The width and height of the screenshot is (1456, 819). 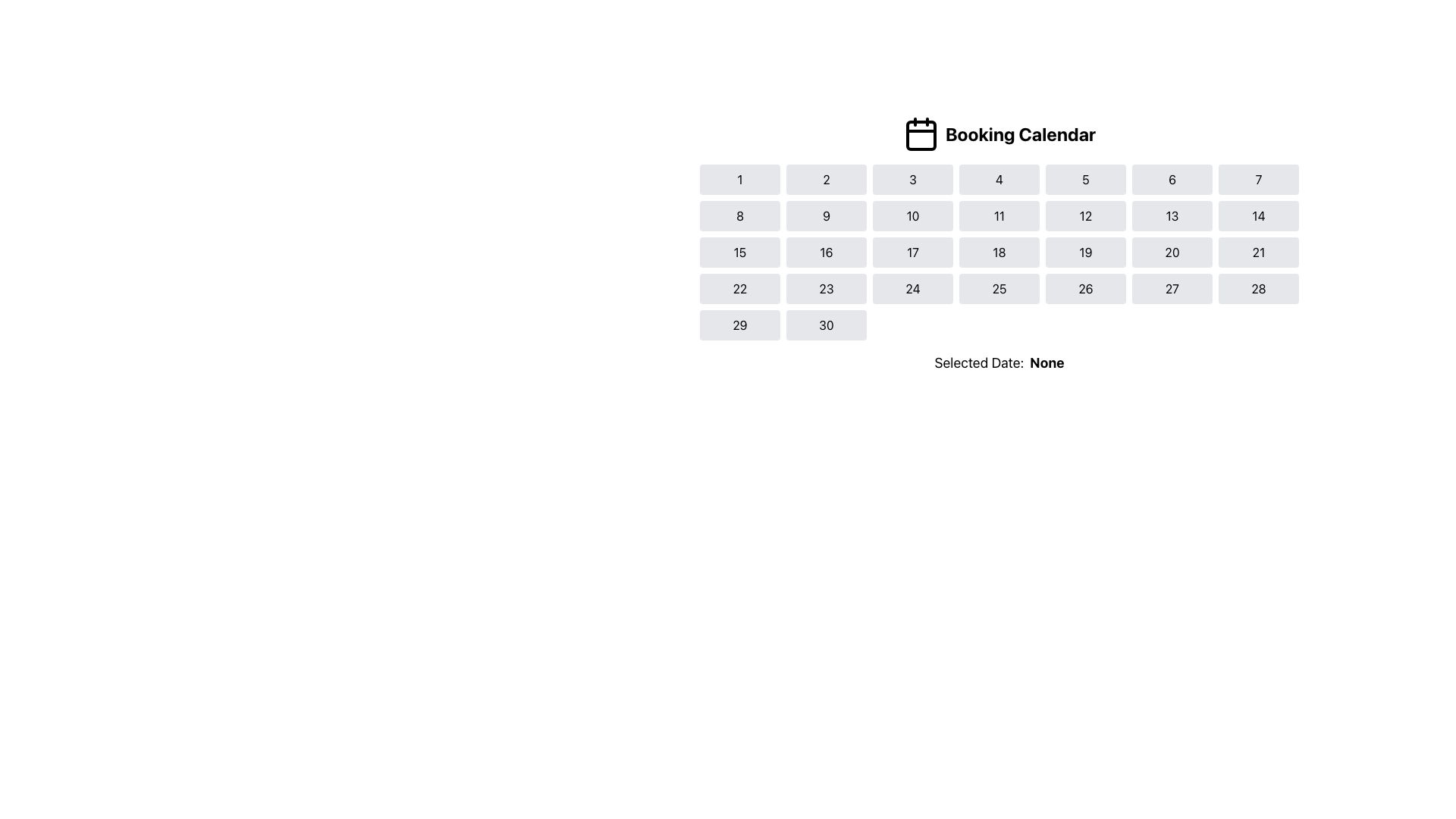 What do you see at coordinates (912, 178) in the screenshot?
I see `the selectable button for the date '3' in the calendar interface to observe hover effects` at bounding box center [912, 178].